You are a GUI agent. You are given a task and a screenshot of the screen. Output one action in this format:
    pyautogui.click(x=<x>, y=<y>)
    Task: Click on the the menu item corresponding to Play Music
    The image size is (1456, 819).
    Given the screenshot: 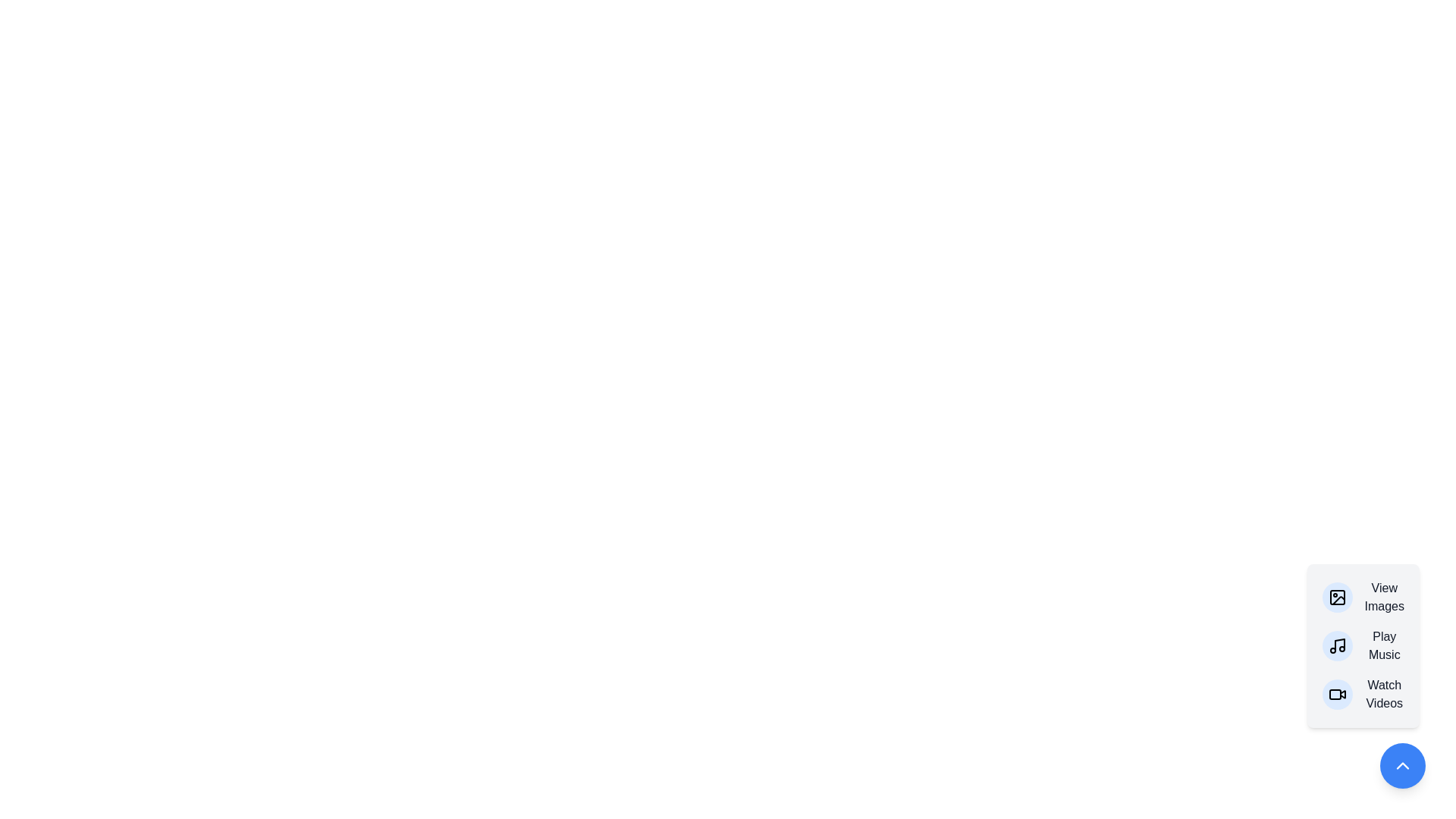 What is the action you would take?
    pyautogui.click(x=1363, y=646)
    